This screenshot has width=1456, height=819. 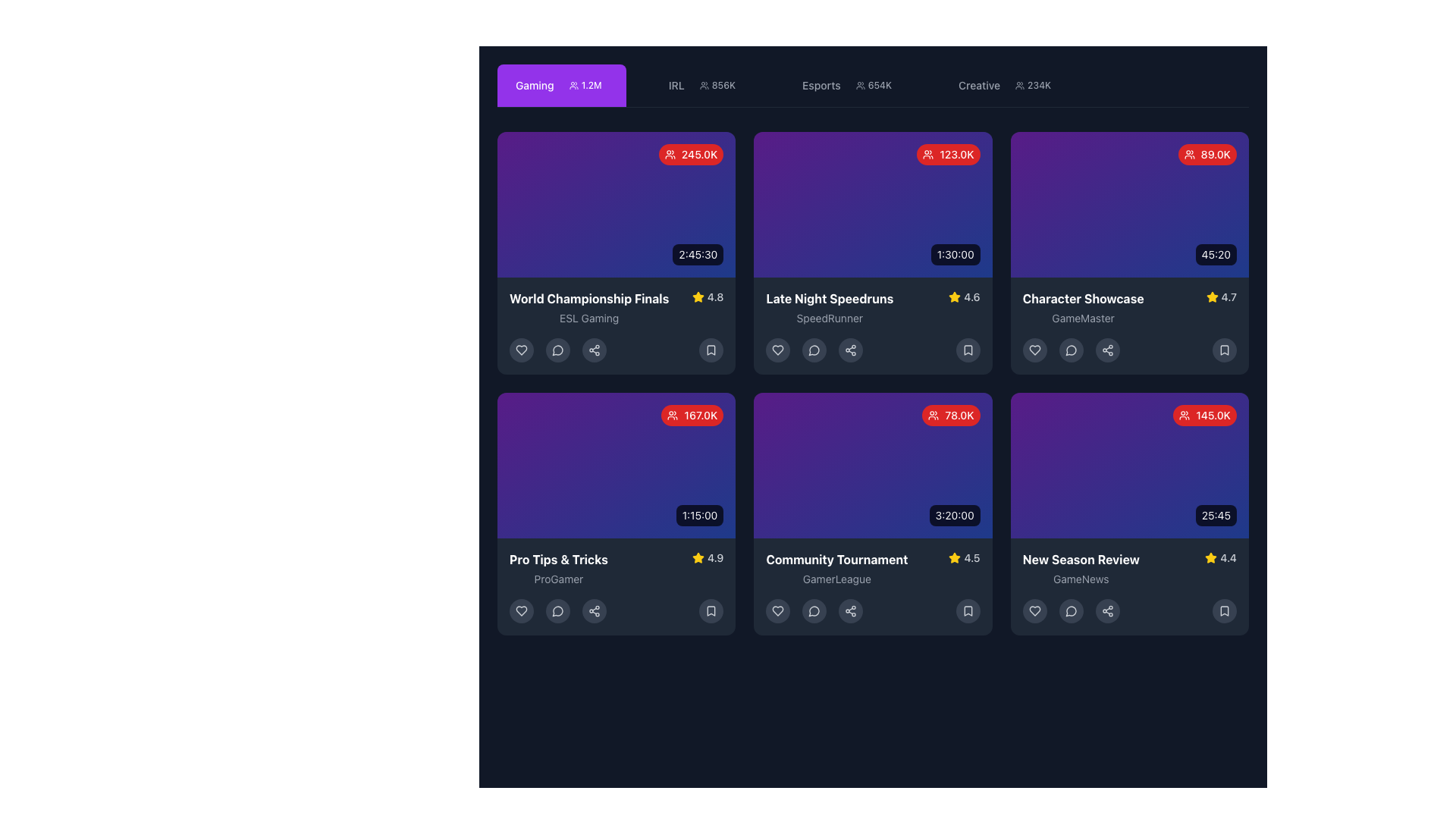 I want to click on the circular button with a dark gray background and a share symbol icon, located, so click(x=1107, y=610).